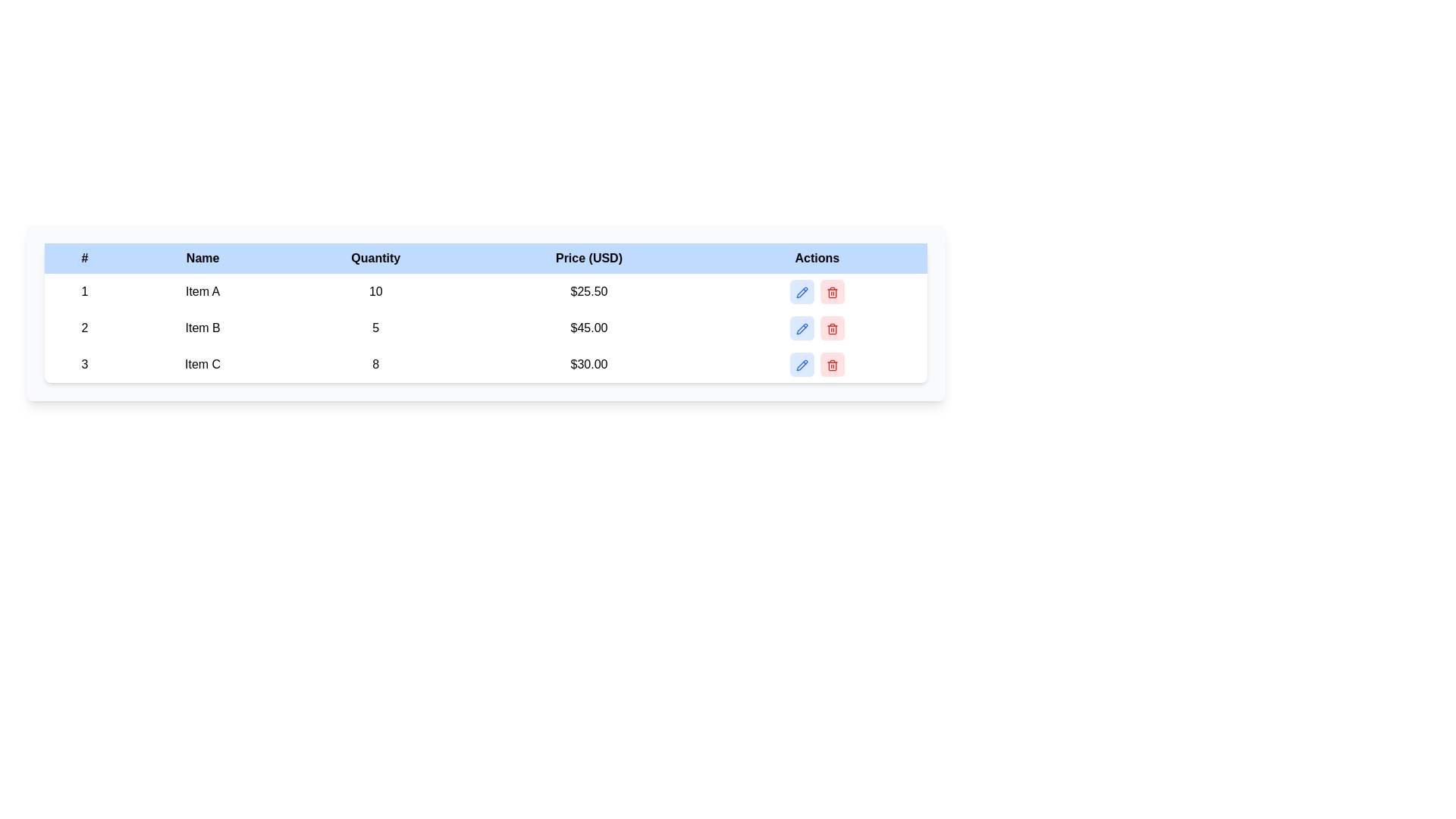 This screenshot has width=1456, height=819. I want to click on the Table Header Cell that serves as a title for the names column, located between the '#' column and the 'Quantity' column, so click(202, 257).